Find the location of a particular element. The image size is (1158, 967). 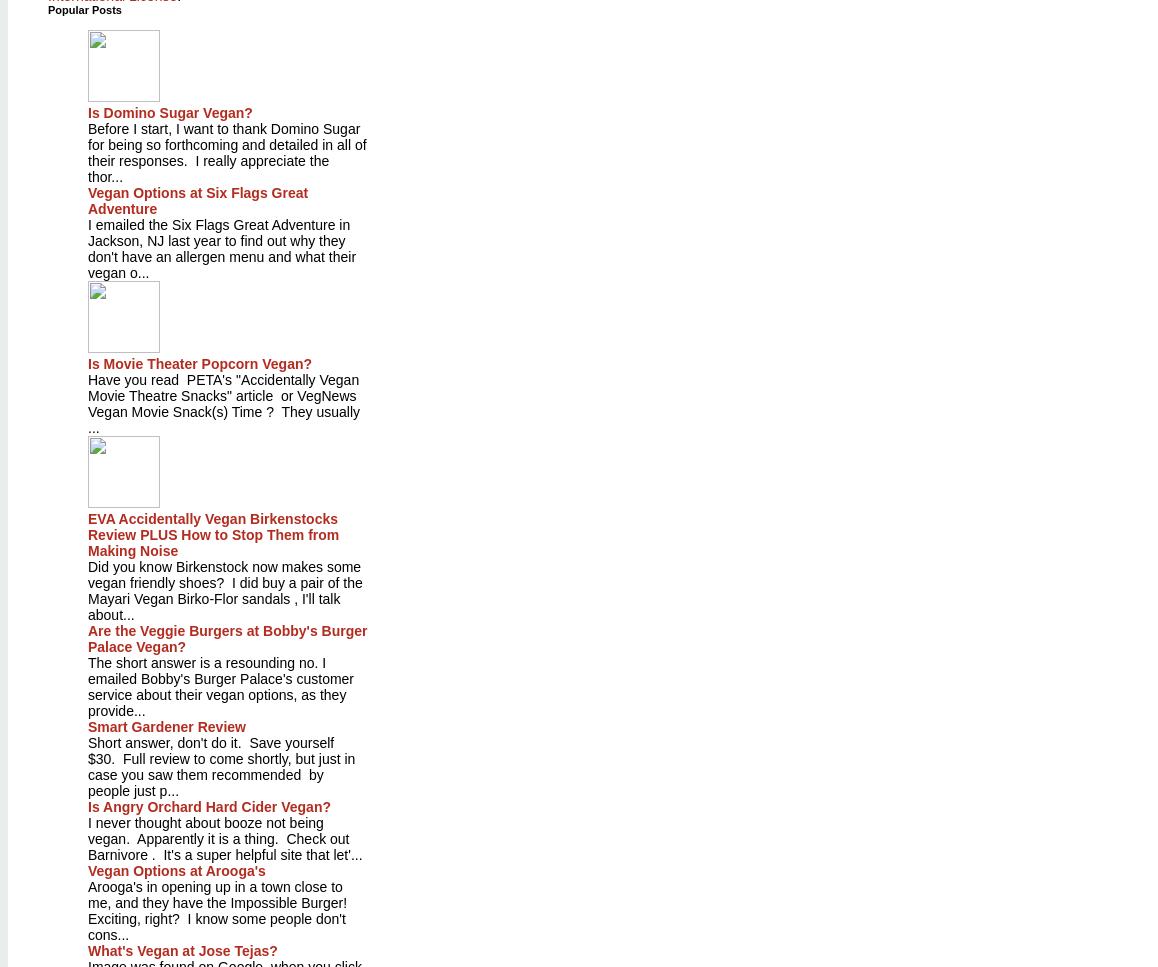

'Short answer, don't do it.  Save yourself $30.  Full review to come shortly, but just in case you saw them recommended  by people just p...' is located at coordinates (221, 765).